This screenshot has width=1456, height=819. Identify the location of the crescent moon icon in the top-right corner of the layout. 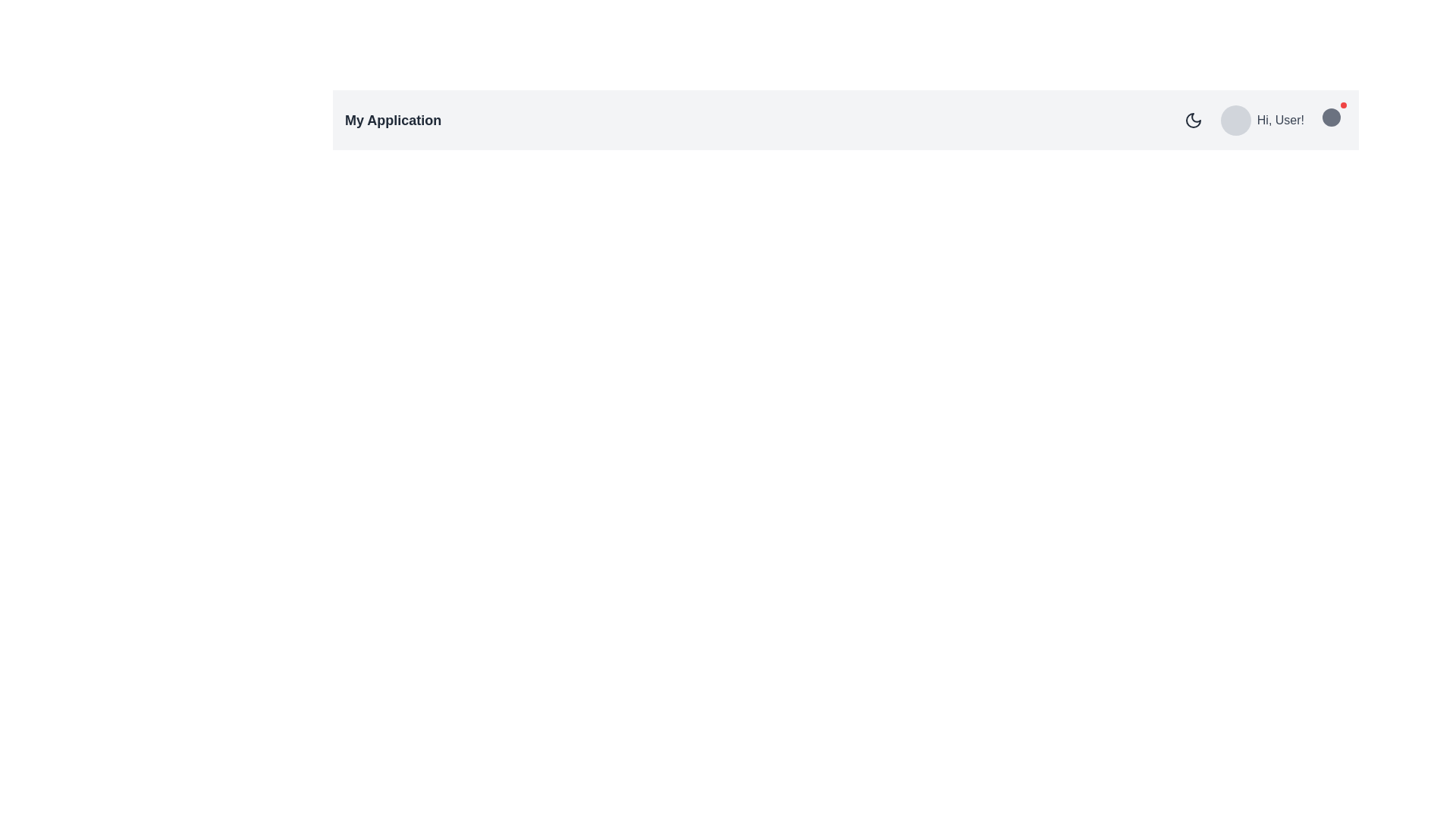
(1192, 119).